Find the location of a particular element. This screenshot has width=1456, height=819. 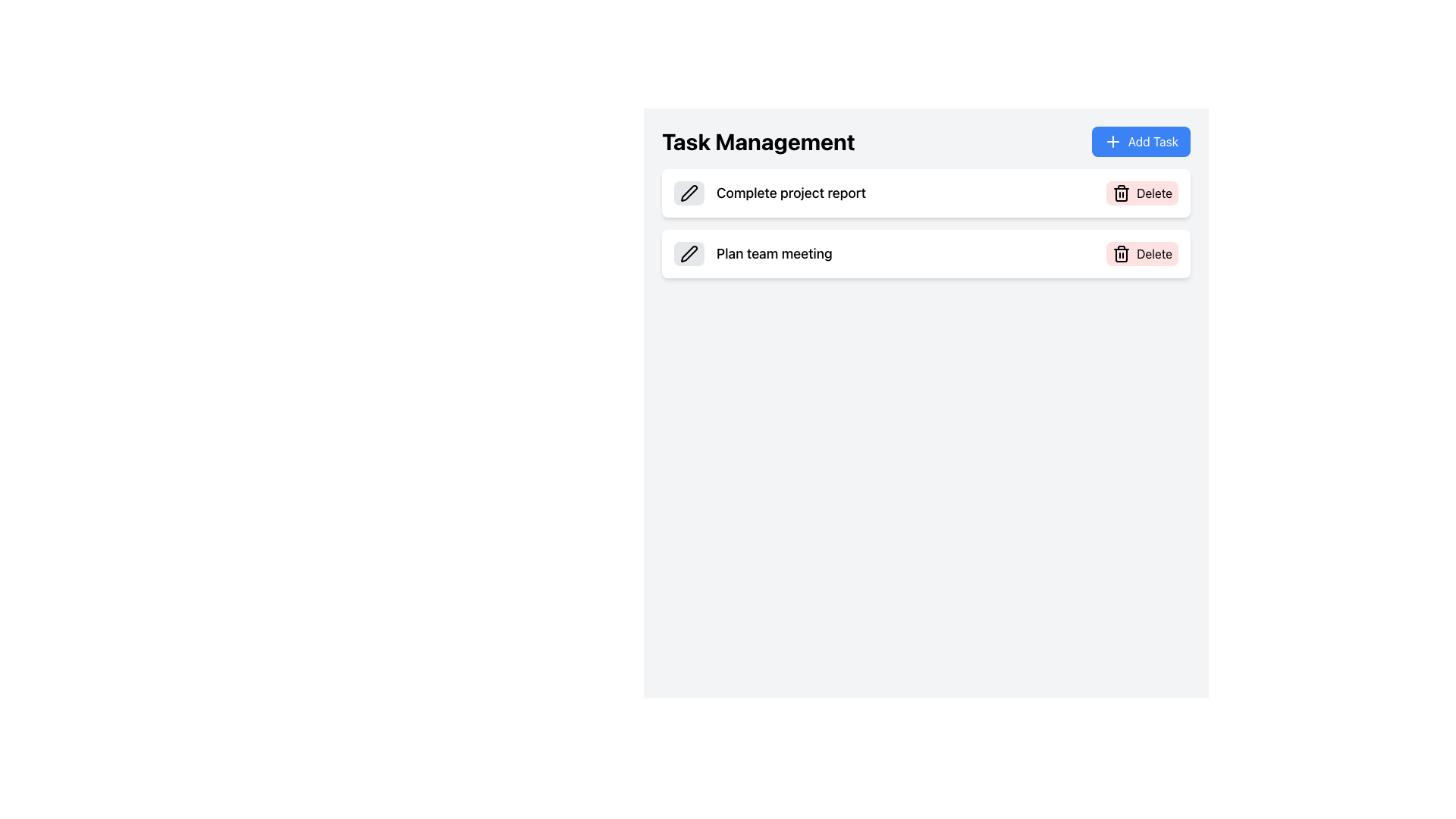

the Plus Icon (SVG) located within the 'Add Task' button in the top-right corner of the interface to trigger possible visual feedback is located at coordinates (1112, 141).